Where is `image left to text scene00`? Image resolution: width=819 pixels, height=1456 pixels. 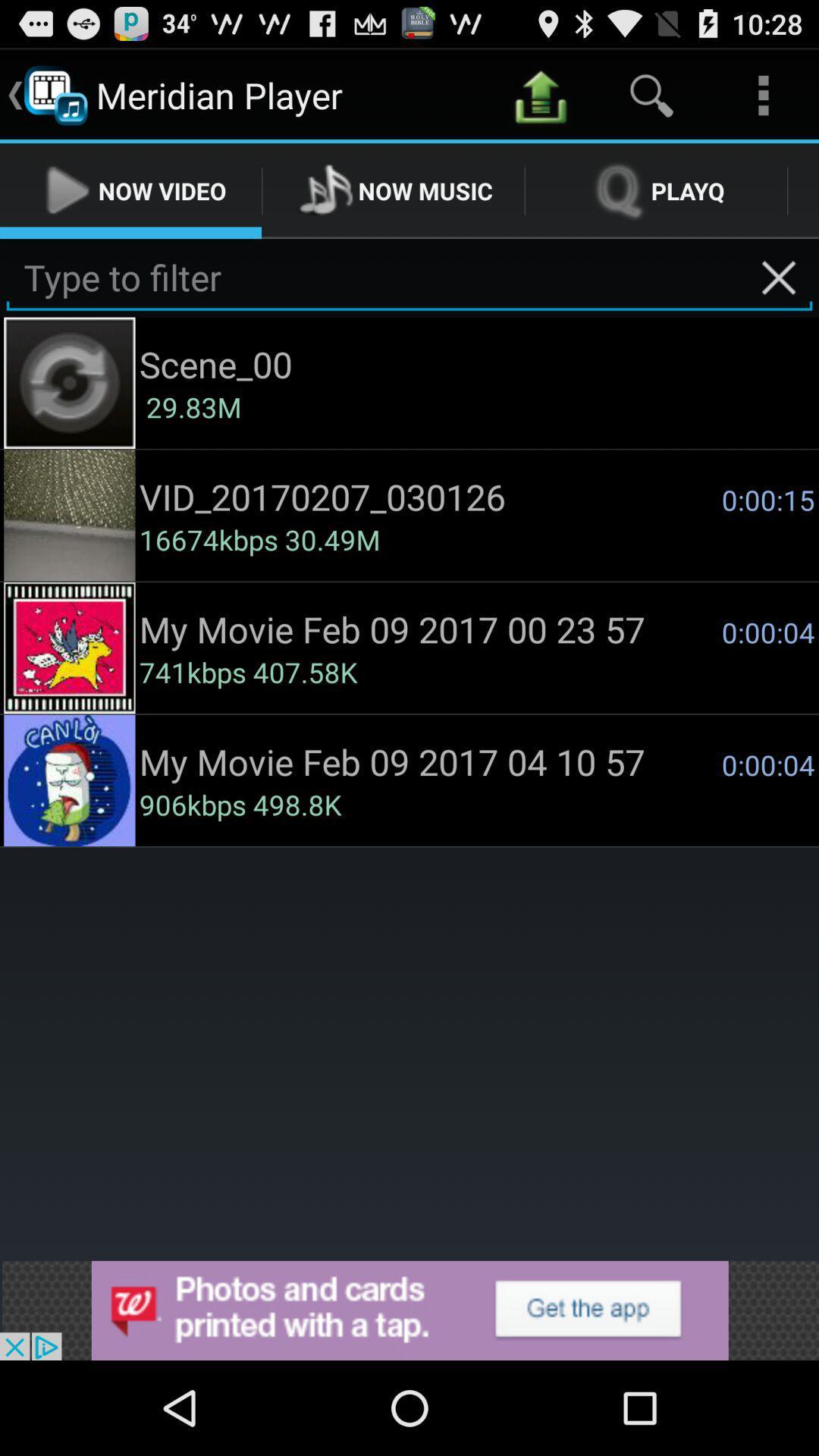
image left to text scene00 is located at coordinates (70, 383).